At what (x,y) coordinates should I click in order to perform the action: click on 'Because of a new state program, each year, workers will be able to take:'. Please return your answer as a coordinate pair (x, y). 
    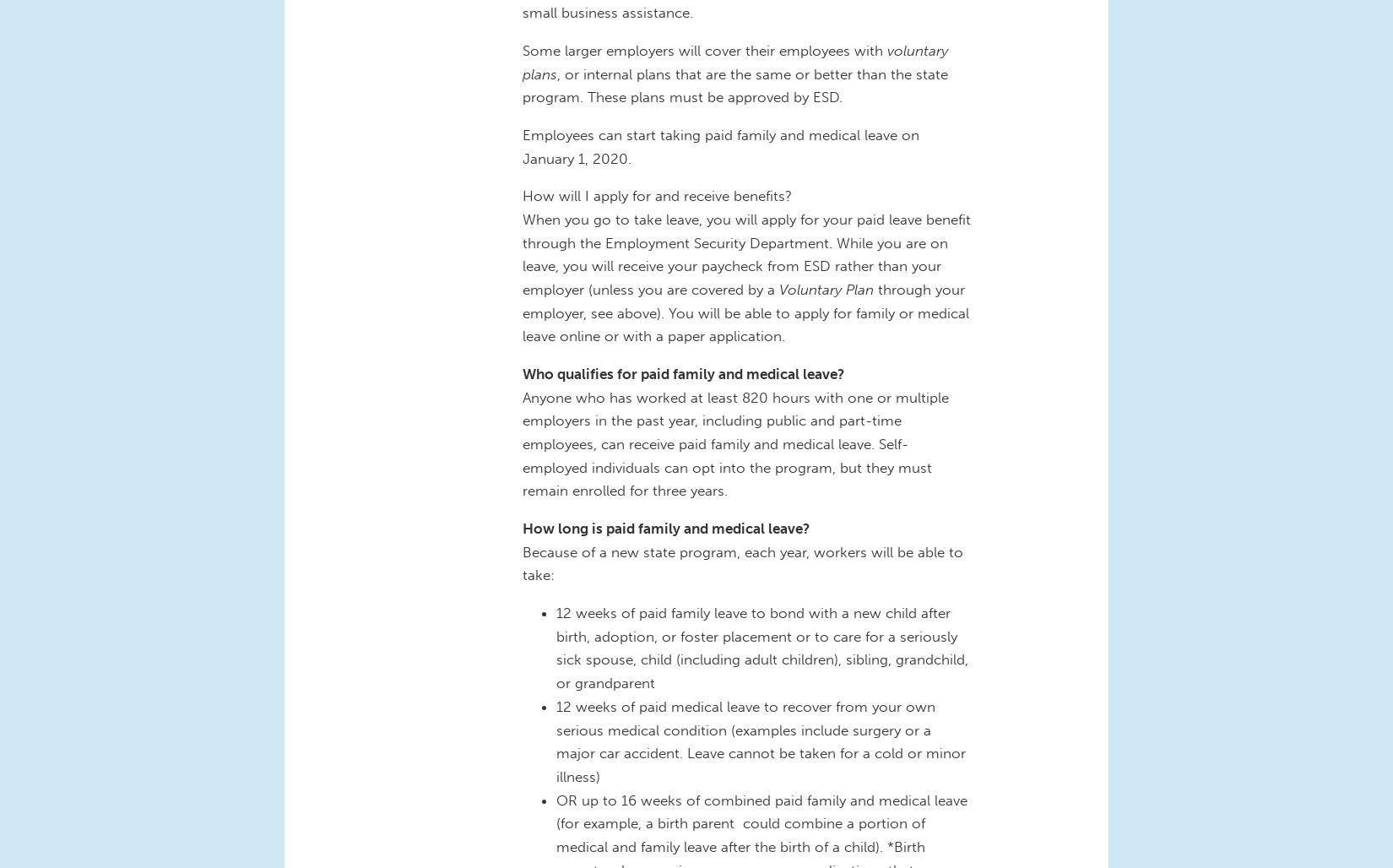
    Looking at the image, I should click on (742, 562).